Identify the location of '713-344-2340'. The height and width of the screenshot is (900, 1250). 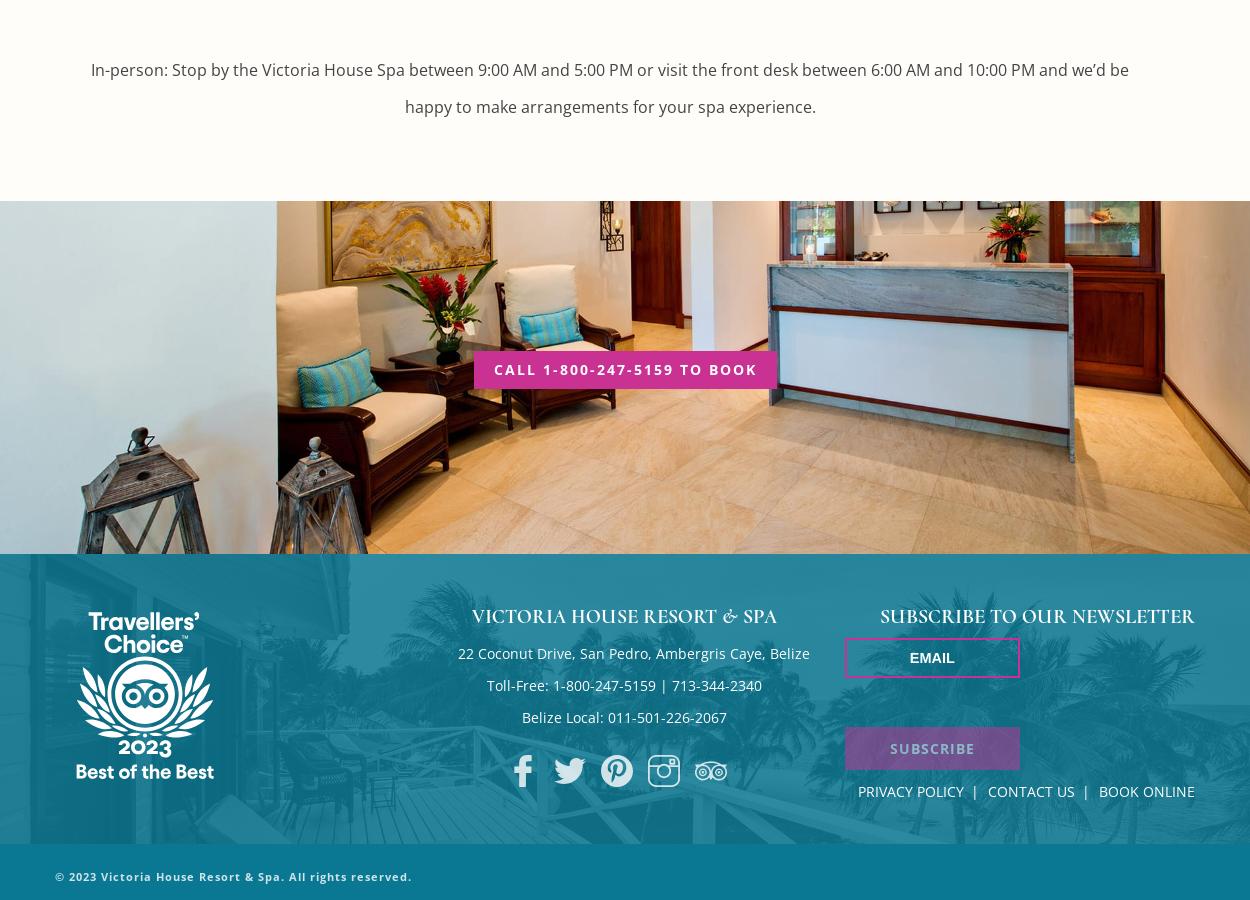
(716, 684).